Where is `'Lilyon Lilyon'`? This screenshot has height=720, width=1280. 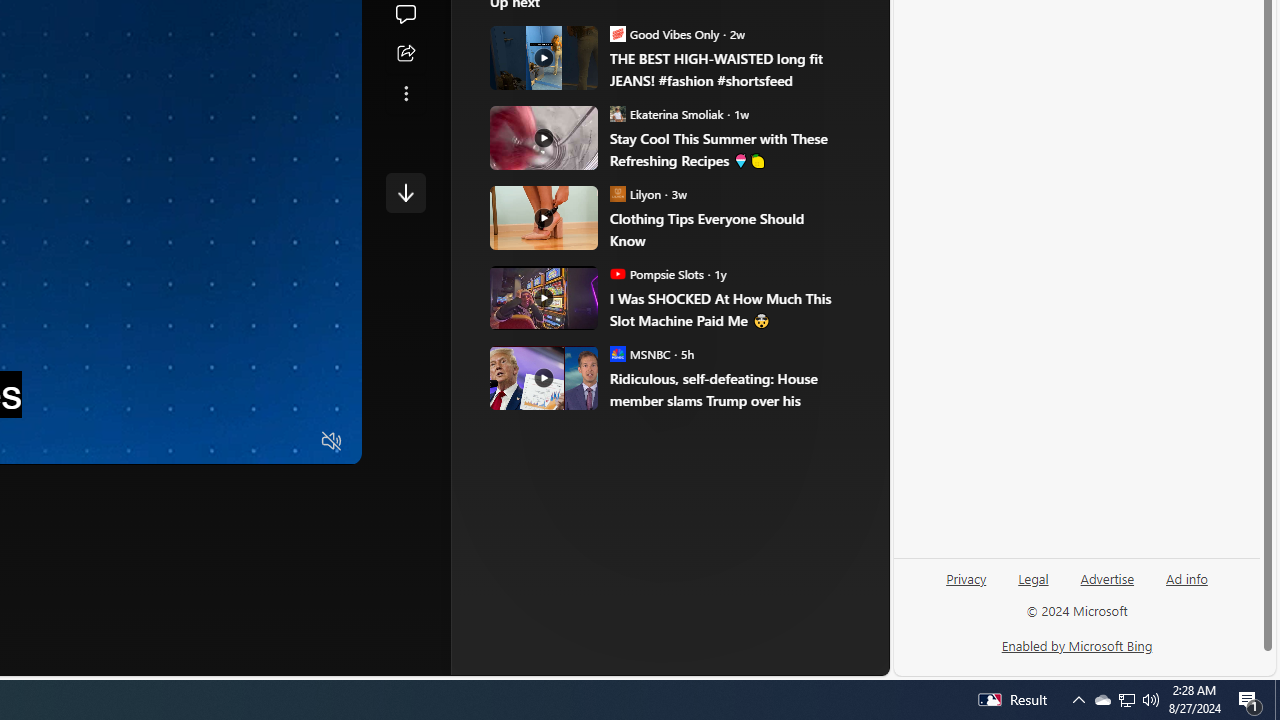 'Lilyon Lilyon' is located at coordinates (635, 194).